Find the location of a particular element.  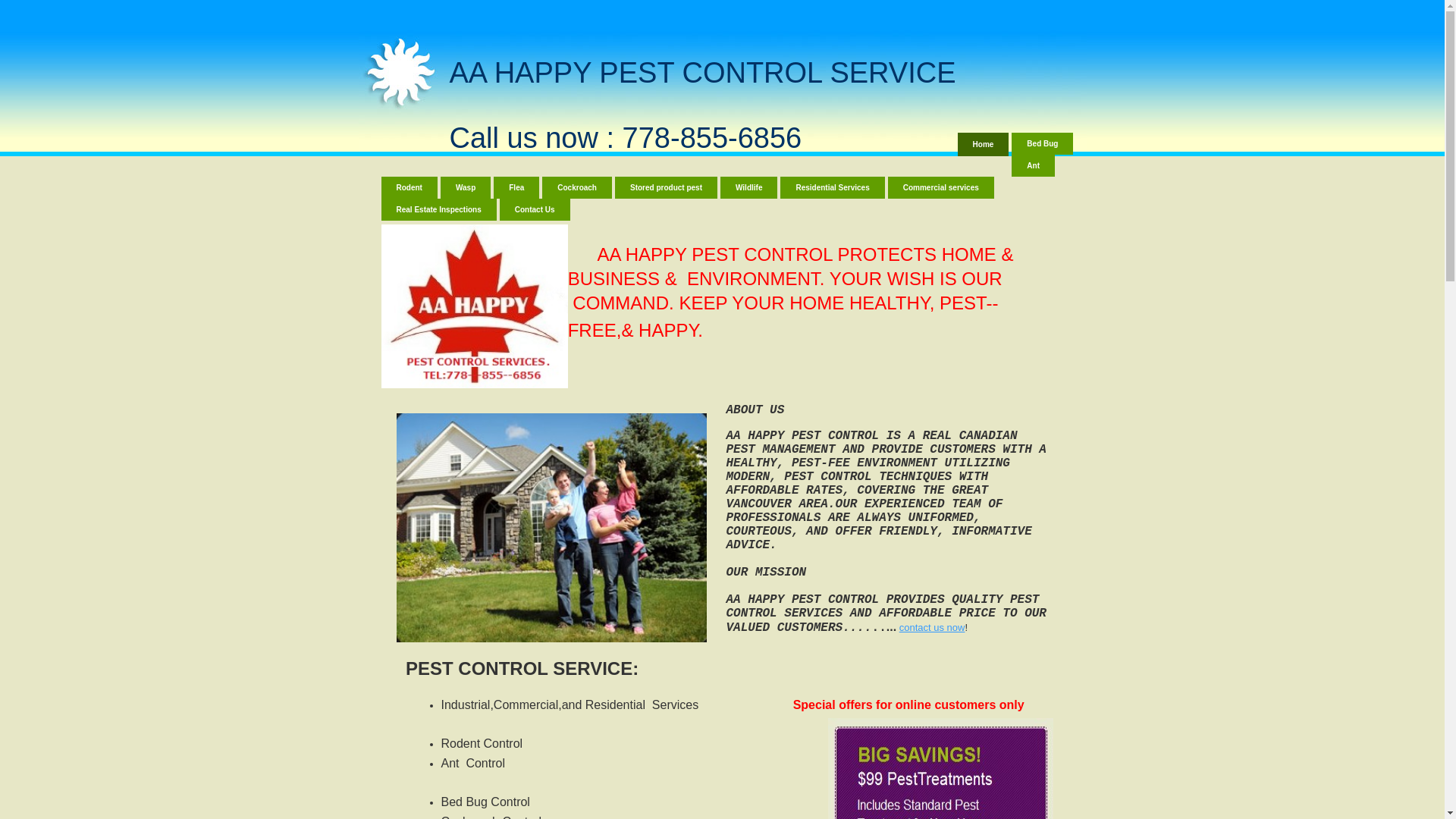

'Contact Us' is located at coordinates (535, 209).